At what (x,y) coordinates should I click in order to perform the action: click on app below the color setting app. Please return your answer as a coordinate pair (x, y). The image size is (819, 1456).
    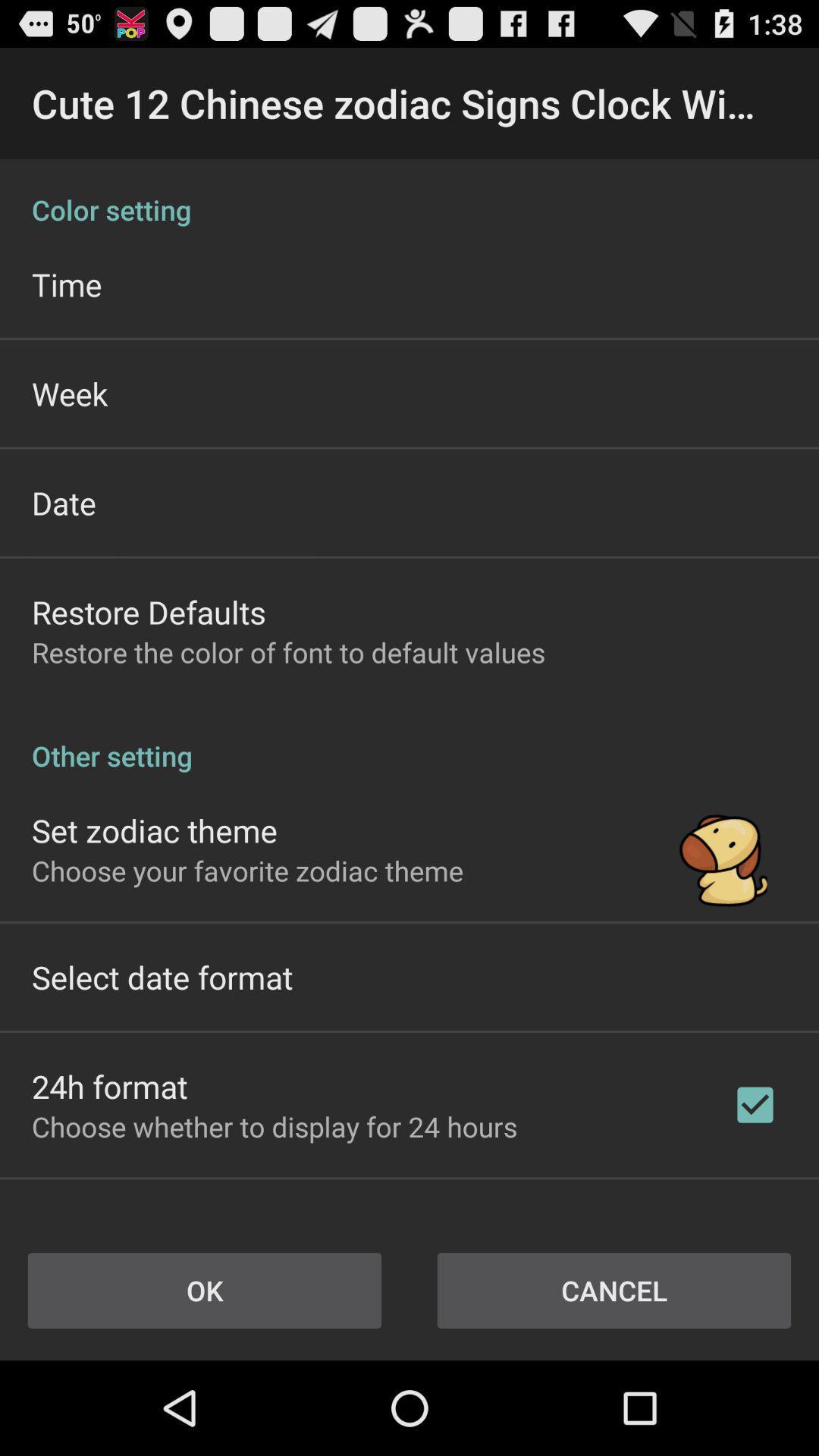
    Looking at the image, I should click on (66, 284).